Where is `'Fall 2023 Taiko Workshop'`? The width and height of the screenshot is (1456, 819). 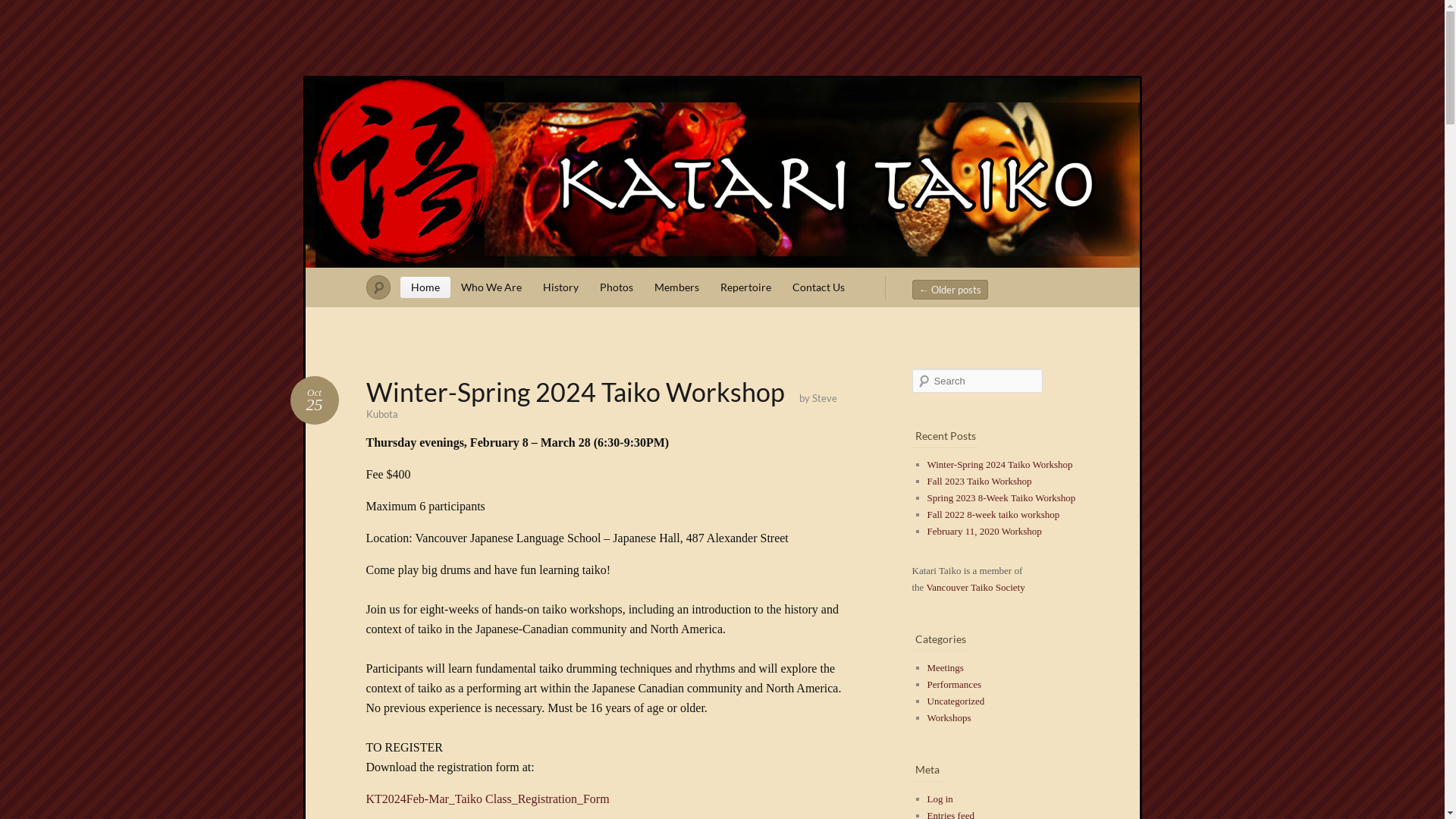
'Fall 2023 Taiko Workshop' is located at coordinates (979, 481).